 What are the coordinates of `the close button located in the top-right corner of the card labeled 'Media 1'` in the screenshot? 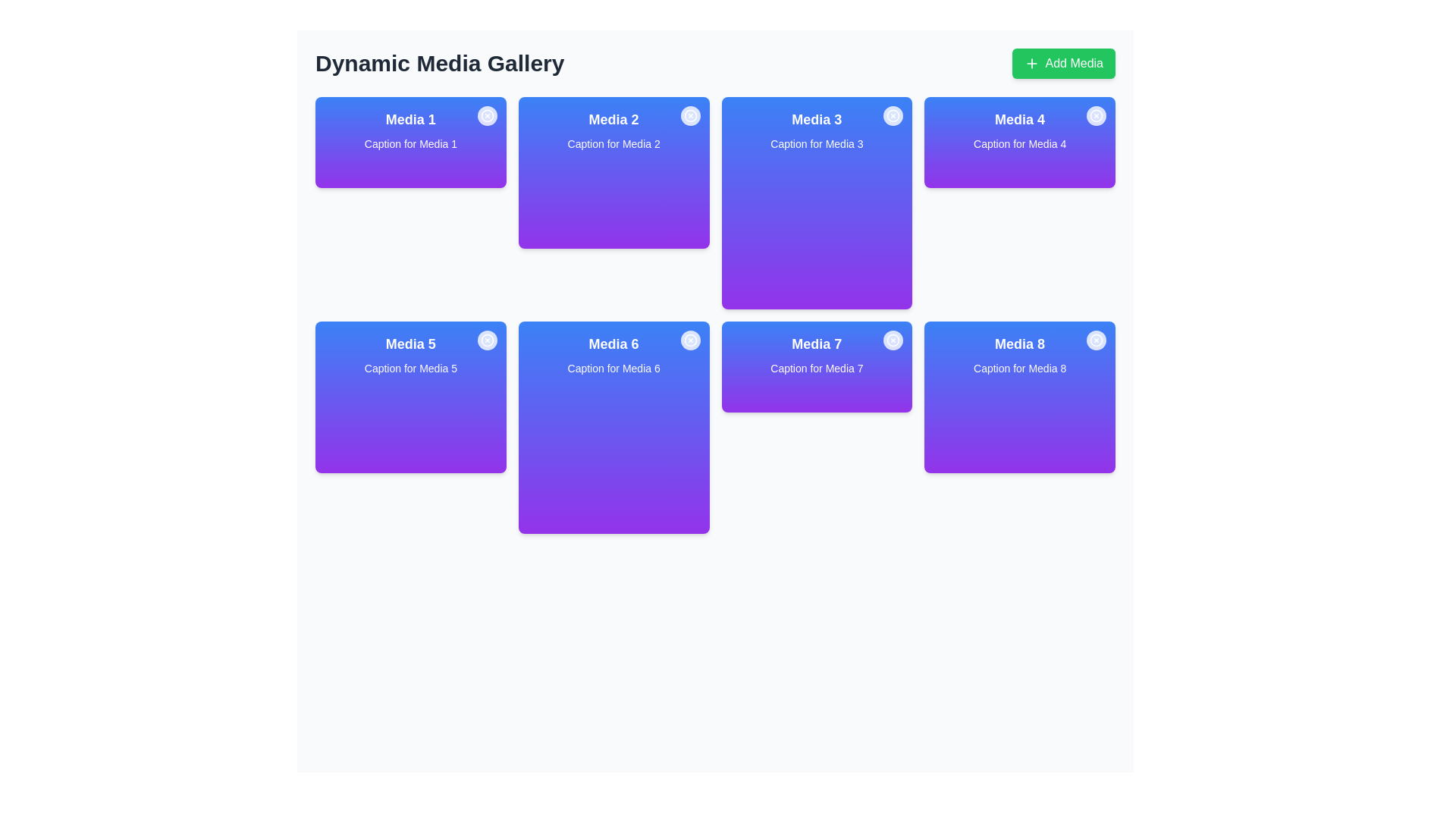 It's located at (487, 116).